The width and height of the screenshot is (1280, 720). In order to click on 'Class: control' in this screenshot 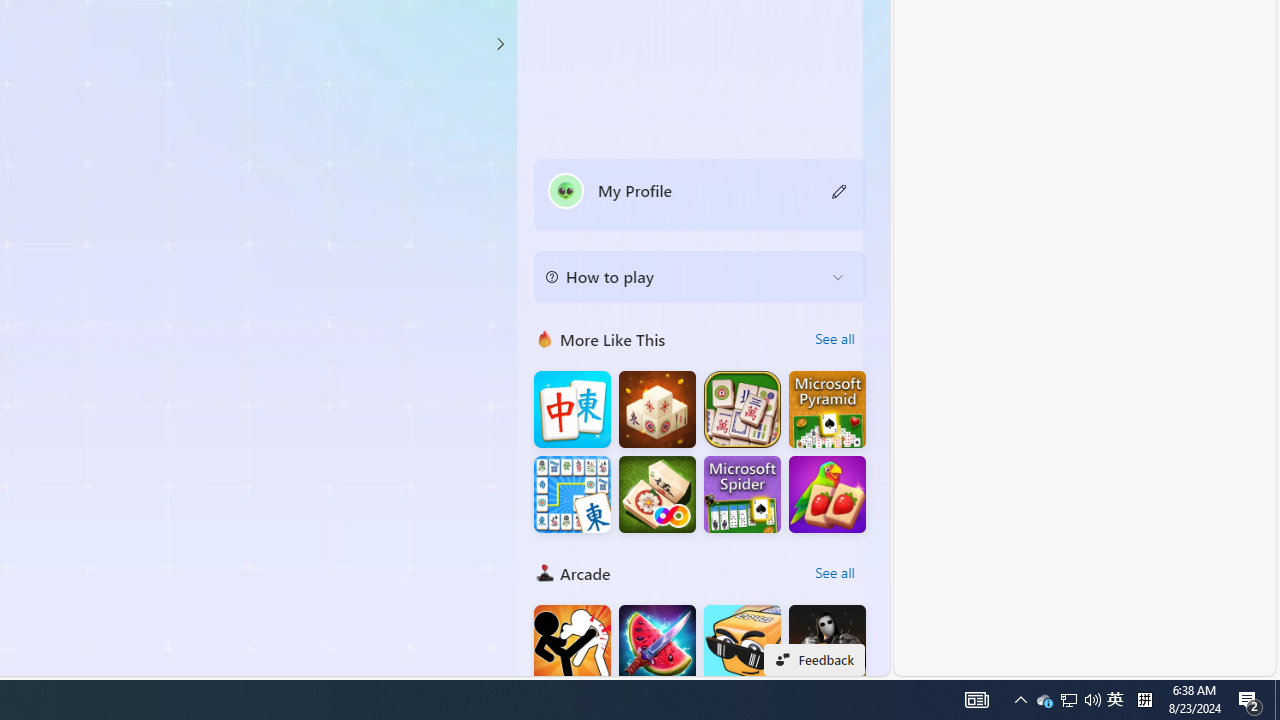, I will do `click(499, 43)`.